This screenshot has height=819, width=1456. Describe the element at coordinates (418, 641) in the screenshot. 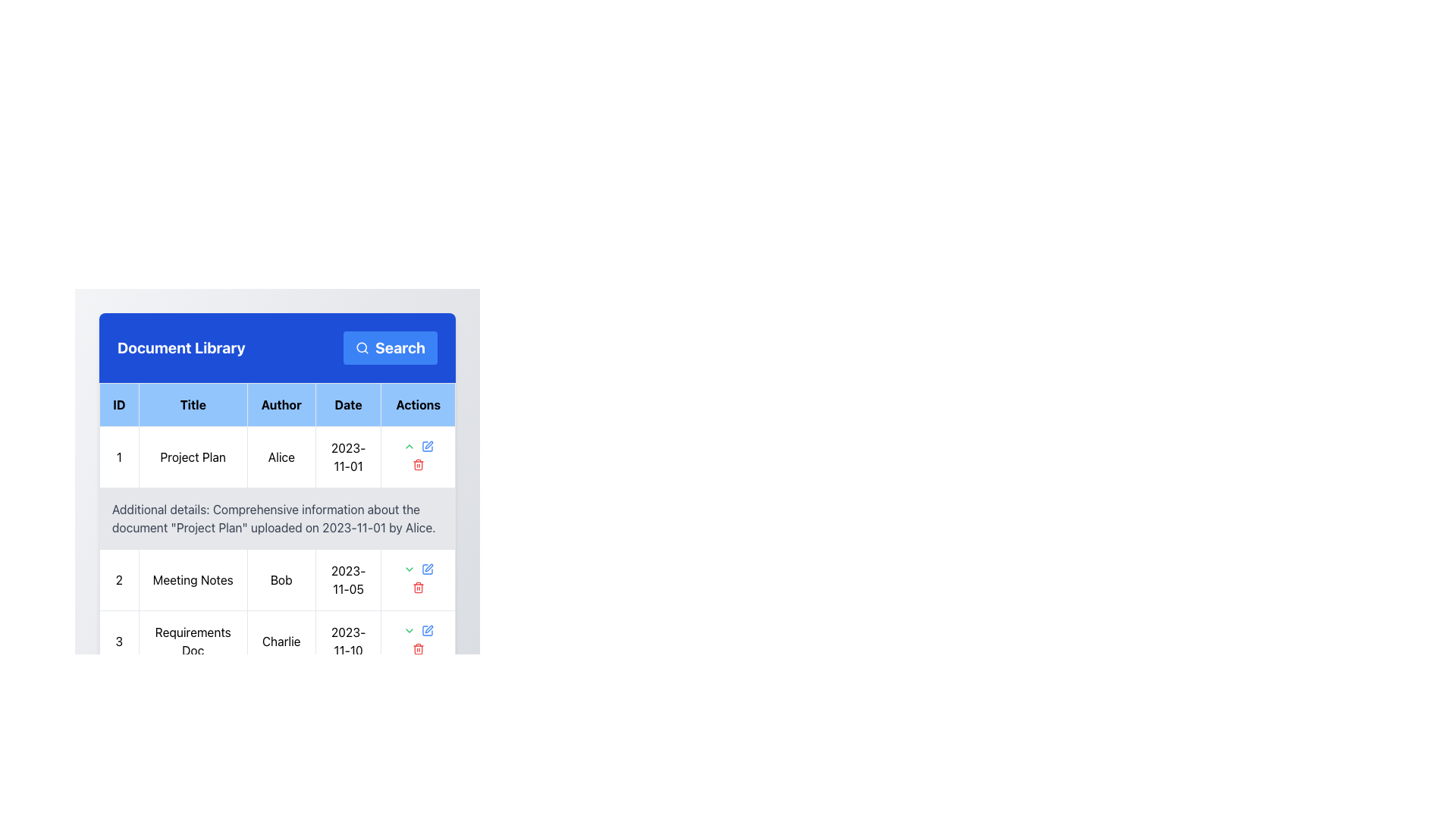

I see `the blank button located in the 'Actions' column of the third row in the 'Document Library' table, which is styled with a border and padding and is the rightmost element in its row` at that location.